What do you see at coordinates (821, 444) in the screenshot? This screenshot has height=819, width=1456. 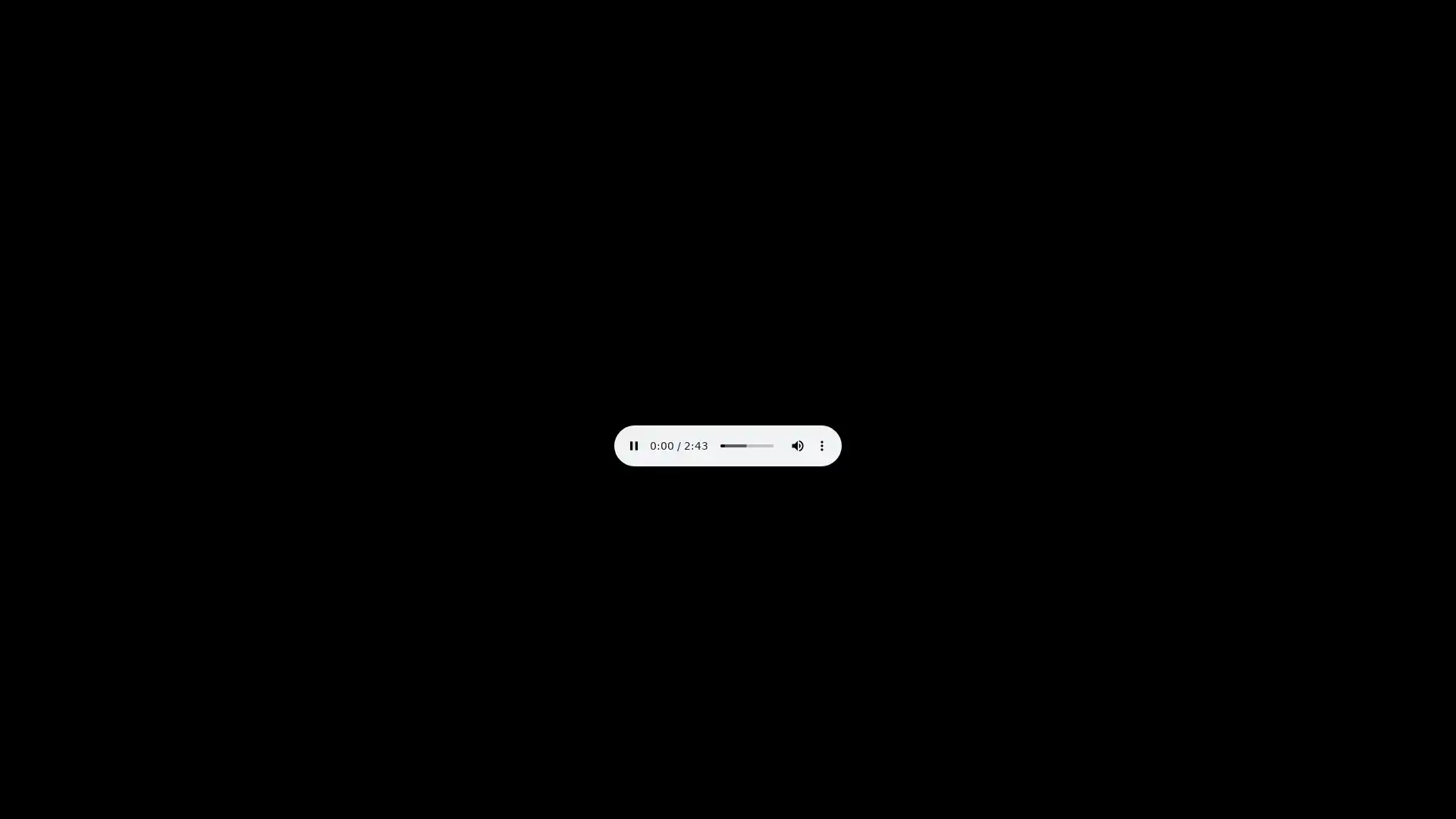 I see `show more media controls` at bounding box center [821, 444].